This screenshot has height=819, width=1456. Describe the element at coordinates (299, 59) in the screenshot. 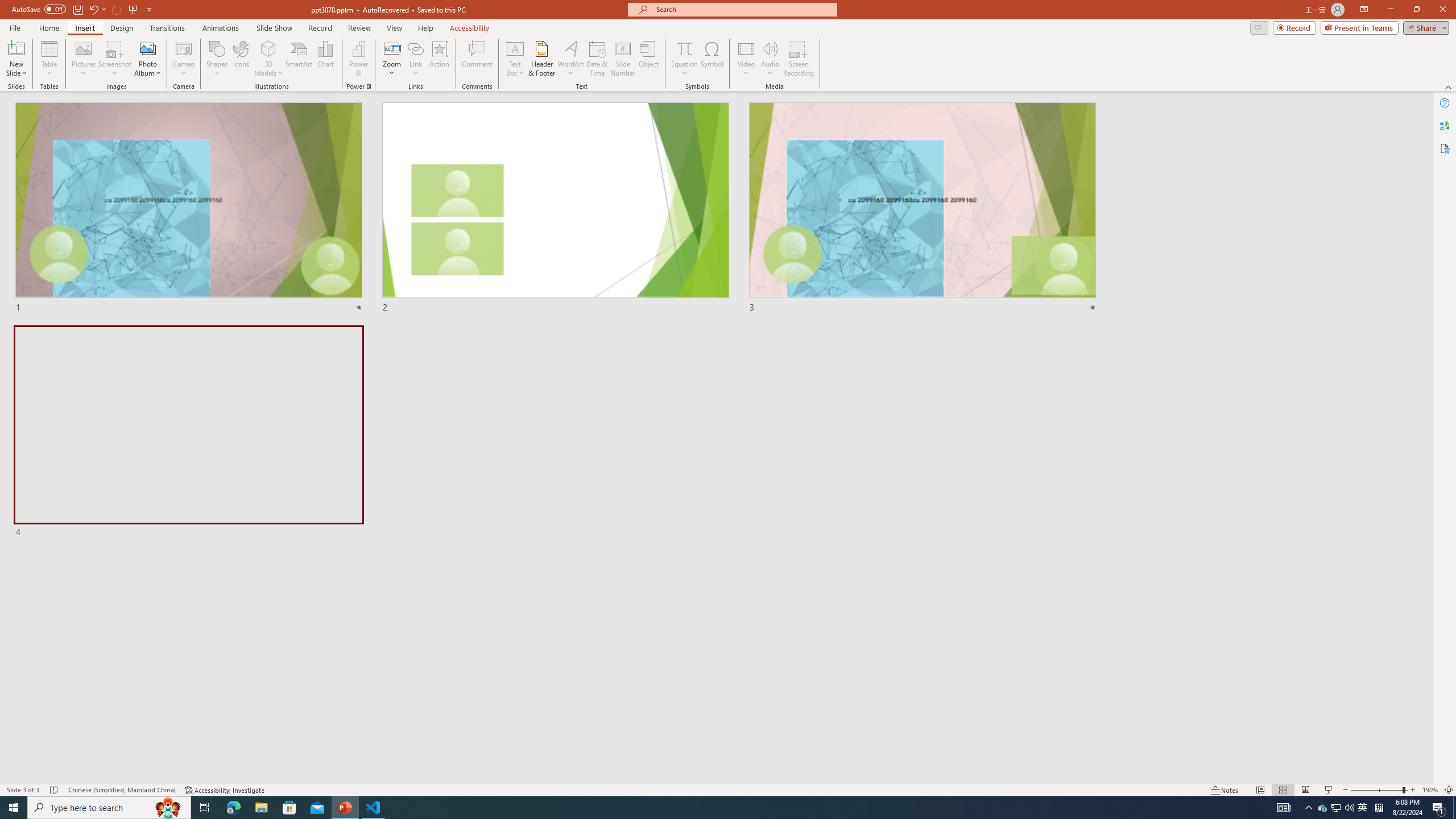

I see `'SmartArt...'` at that location.